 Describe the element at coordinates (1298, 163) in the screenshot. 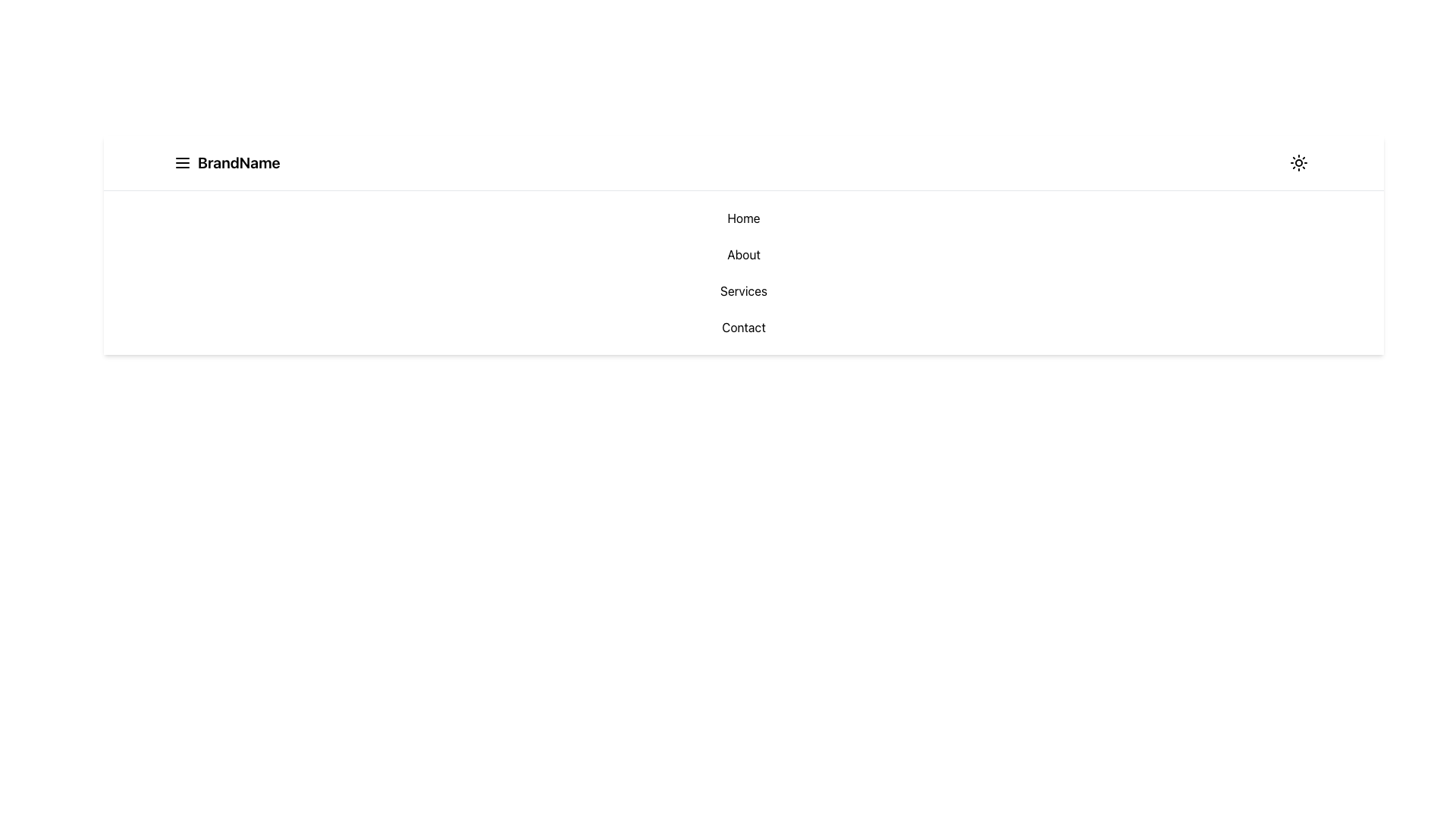

I see `the theme toggle button, which is the rightmost icon in the header bar, to switch between light and dark themes` at that location.